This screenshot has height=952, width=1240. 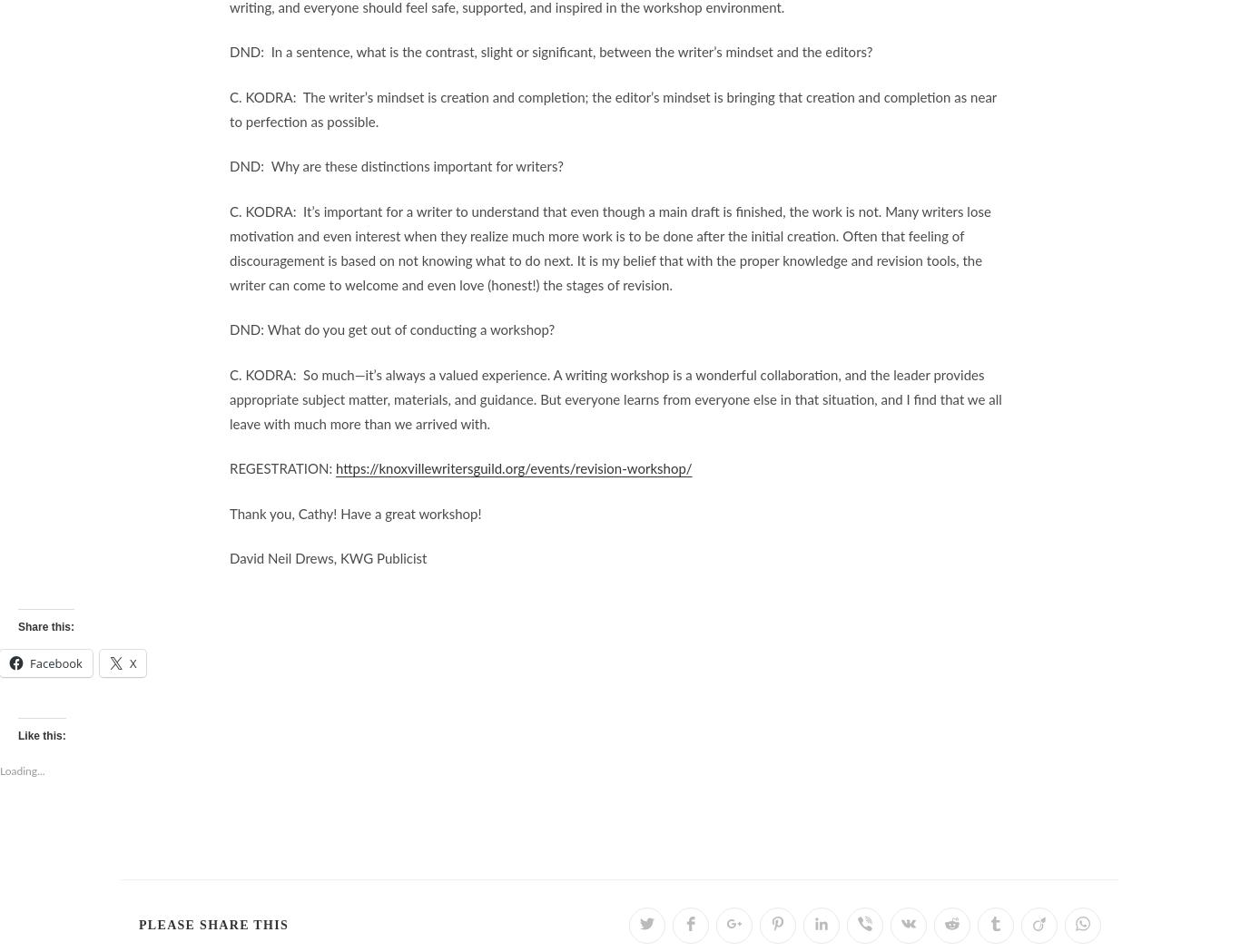 I want to click on 'C. KODRA:  The writer’s mindset is creation and completion; the editor’s mindset is bringing that creation and completion as near to perfection as possible.', so click(x=611, y=108).